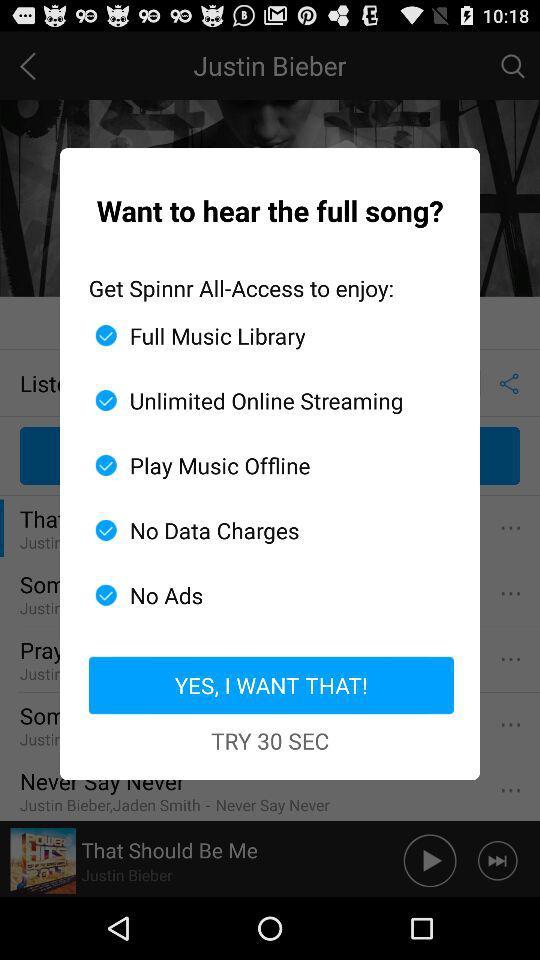 This screenshot has width=540, height=960. What do you see at coordinates (262, 595) in the screenshot?
I see `the no ads app` at bounding box center [262, 595].